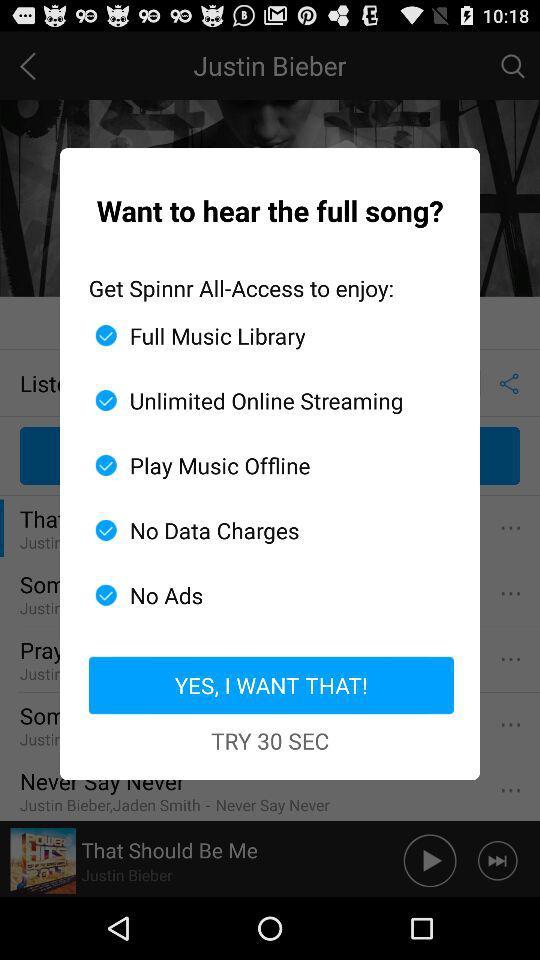 This screenshot has width=540, height=960. What do you see at coordinates (262, 595) in the screenshot?
I see `the no ads app` at bounding box center [262, 595].